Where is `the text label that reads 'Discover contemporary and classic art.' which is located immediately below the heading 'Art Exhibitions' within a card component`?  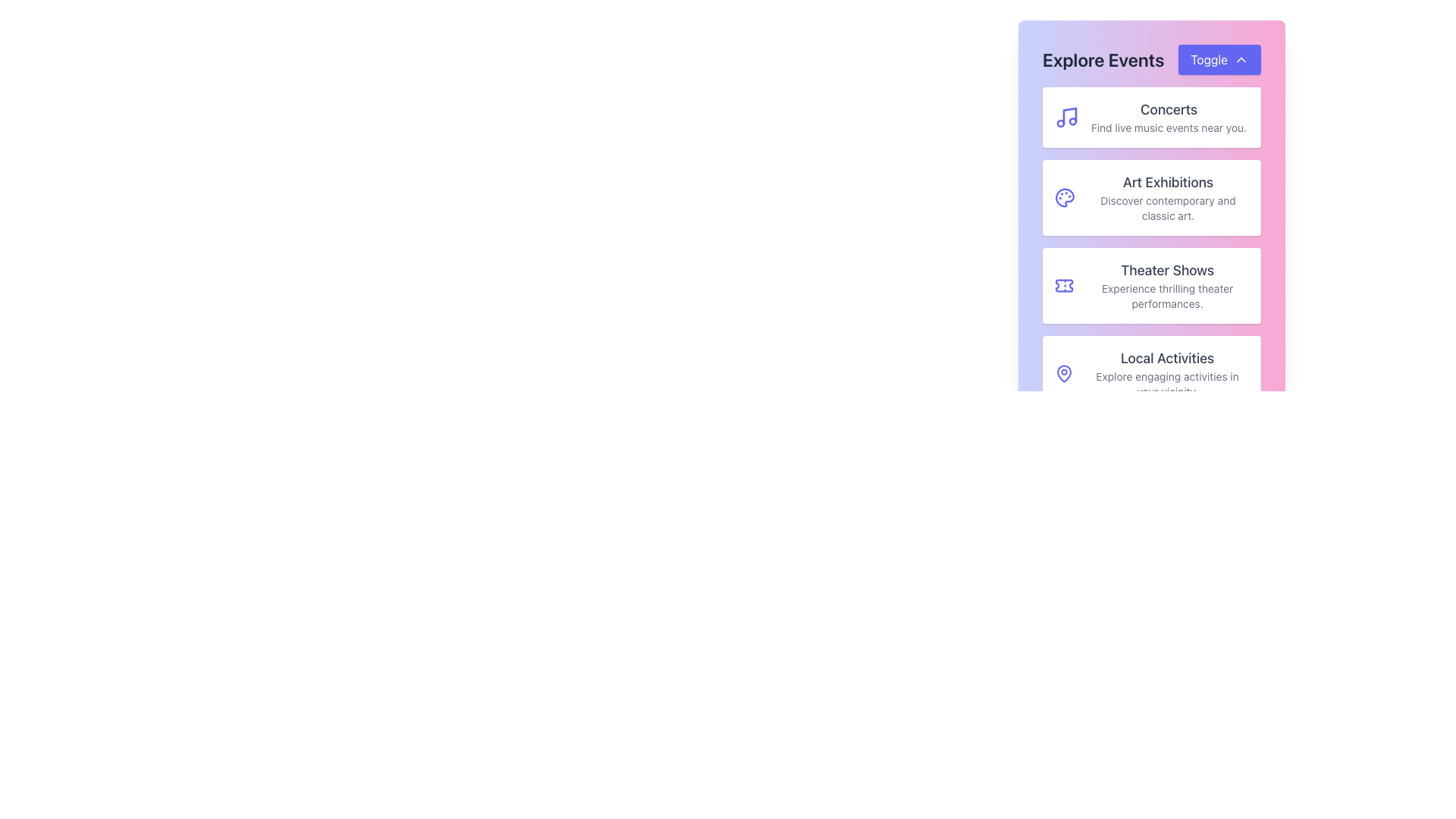 the text label that reads 'Discover contemporary and classic art.' which is located immediately below the heading 'Art Exhibitions' within a card component is located at coordinates (1167, 208).